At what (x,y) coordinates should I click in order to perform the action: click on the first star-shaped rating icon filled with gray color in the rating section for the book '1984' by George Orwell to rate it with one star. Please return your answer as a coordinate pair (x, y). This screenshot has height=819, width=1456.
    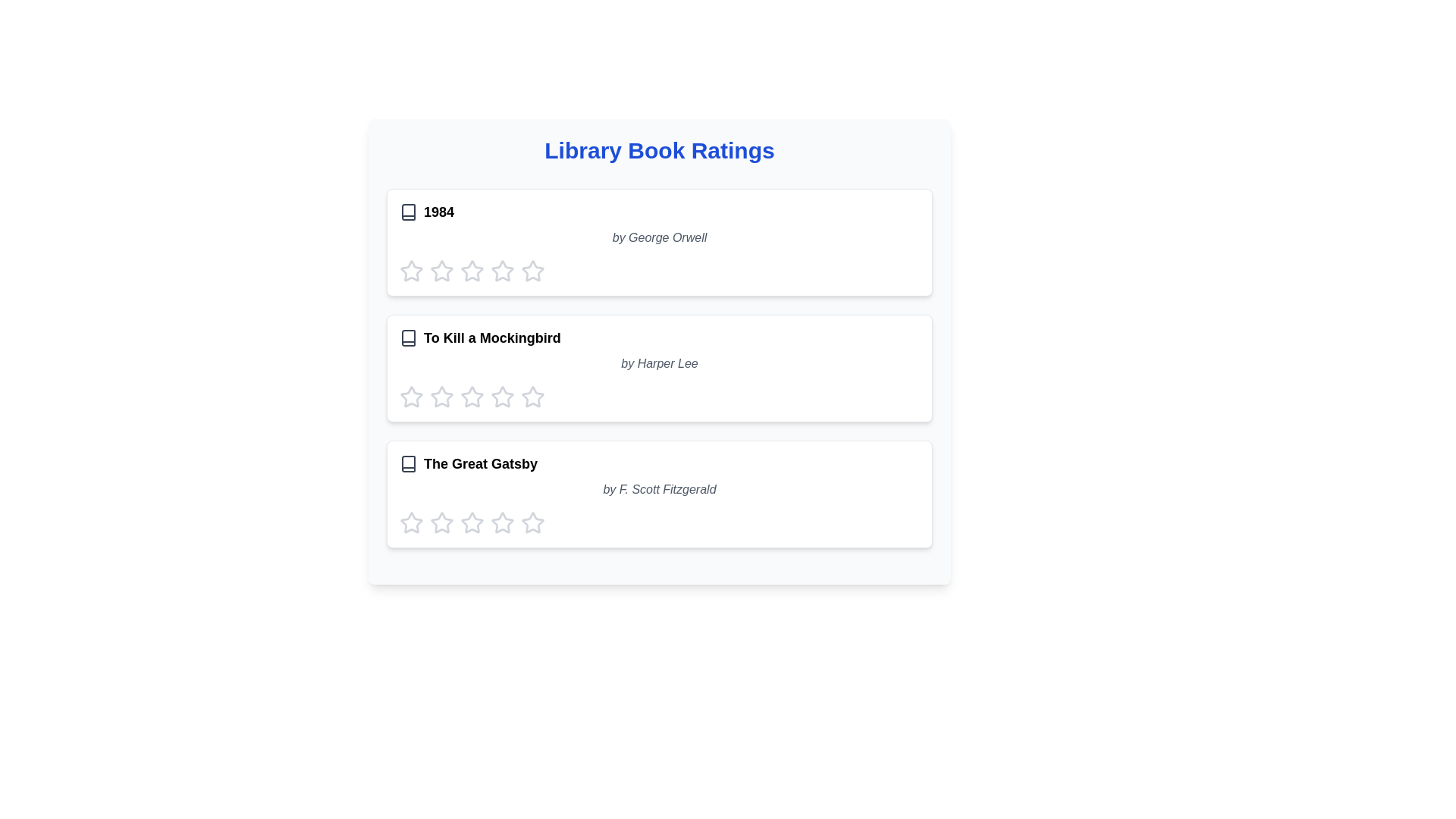
    Looking at the image, I should click on (441, 270).